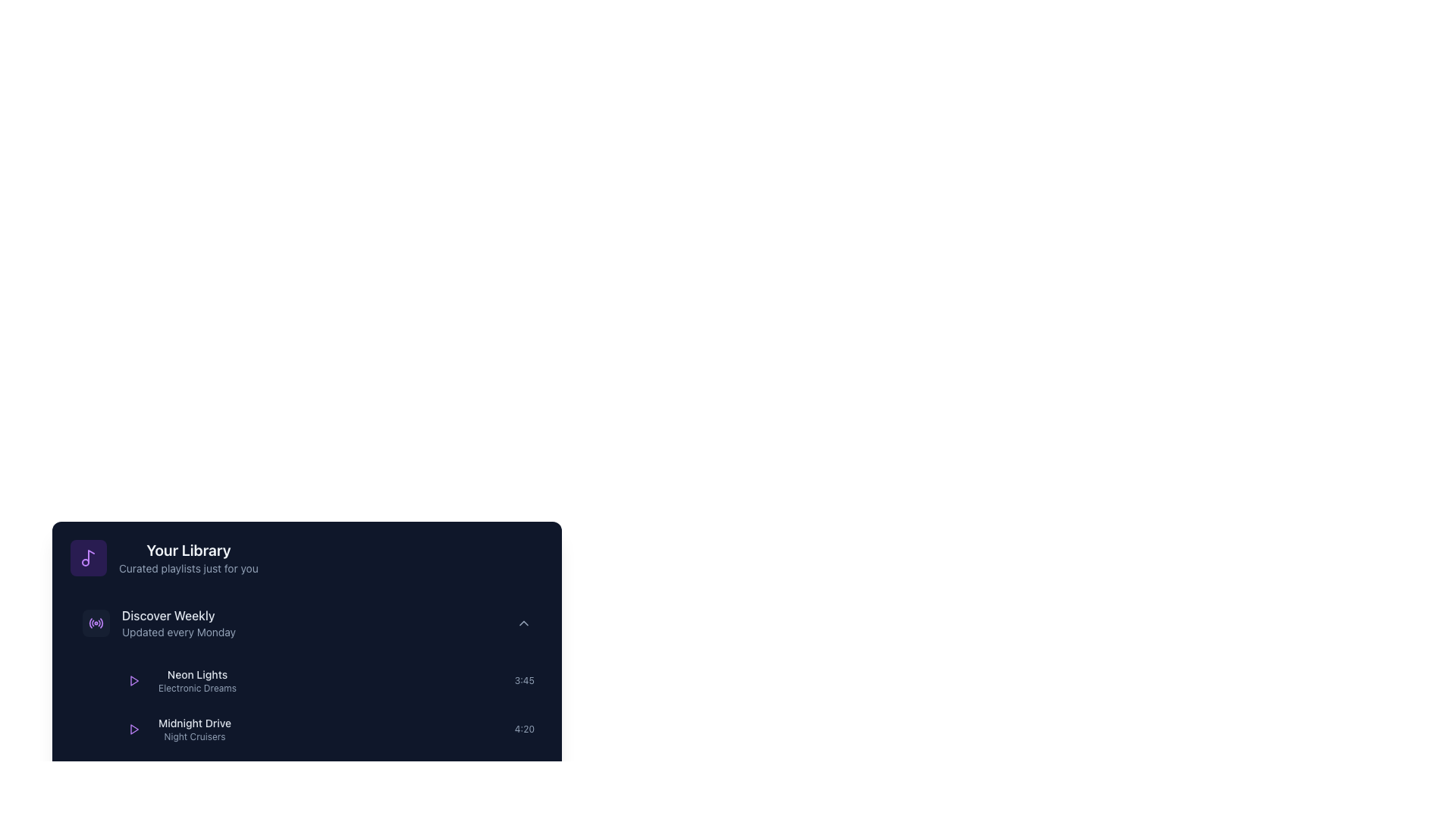 This screenshot has width=1456, height=819. I want to click on the text block displaying 'Midnight Drive' and 'Night Cruisers', so click(177, 728).